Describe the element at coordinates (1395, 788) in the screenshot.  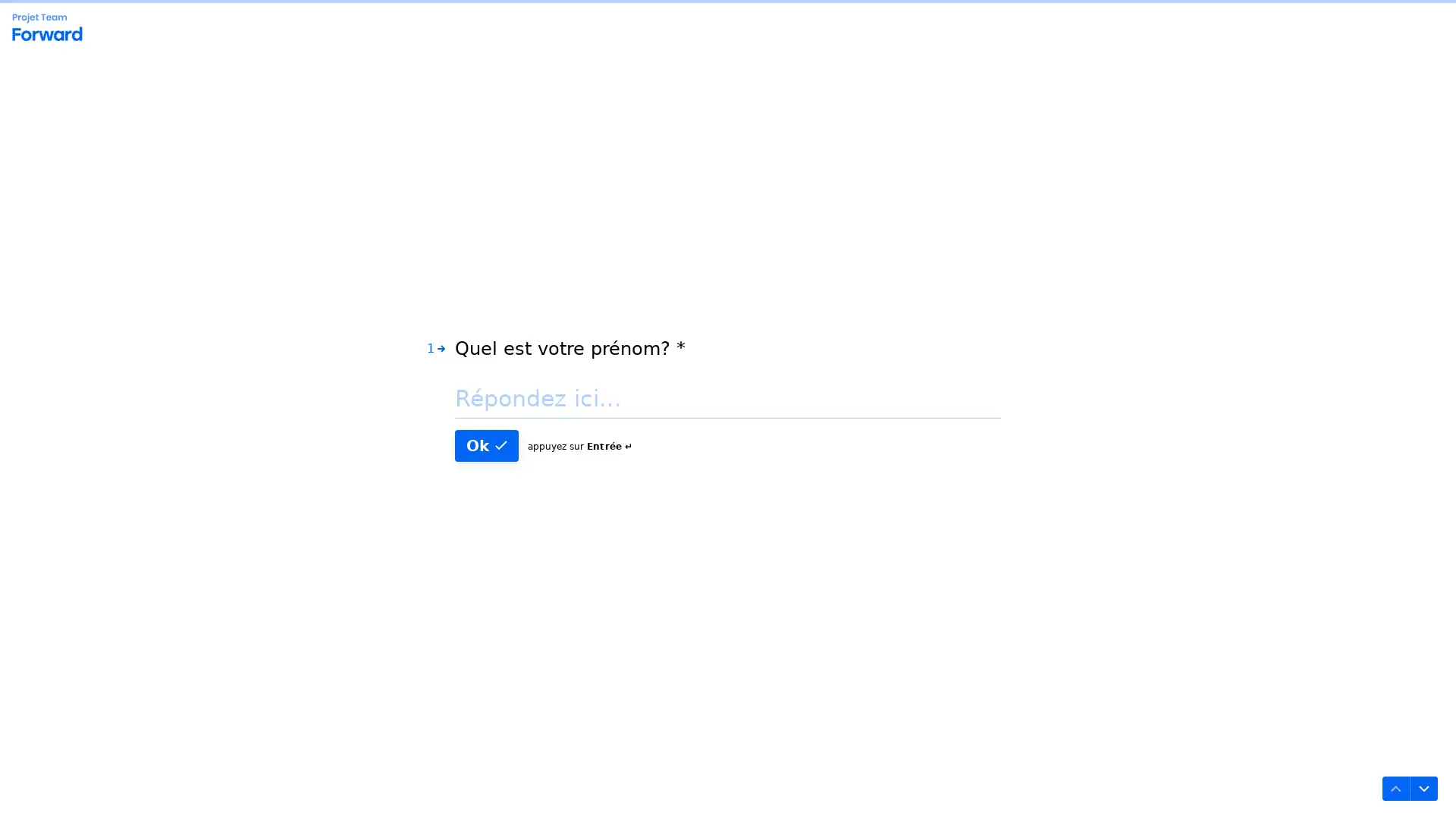
I see `Question precedente` at that location.